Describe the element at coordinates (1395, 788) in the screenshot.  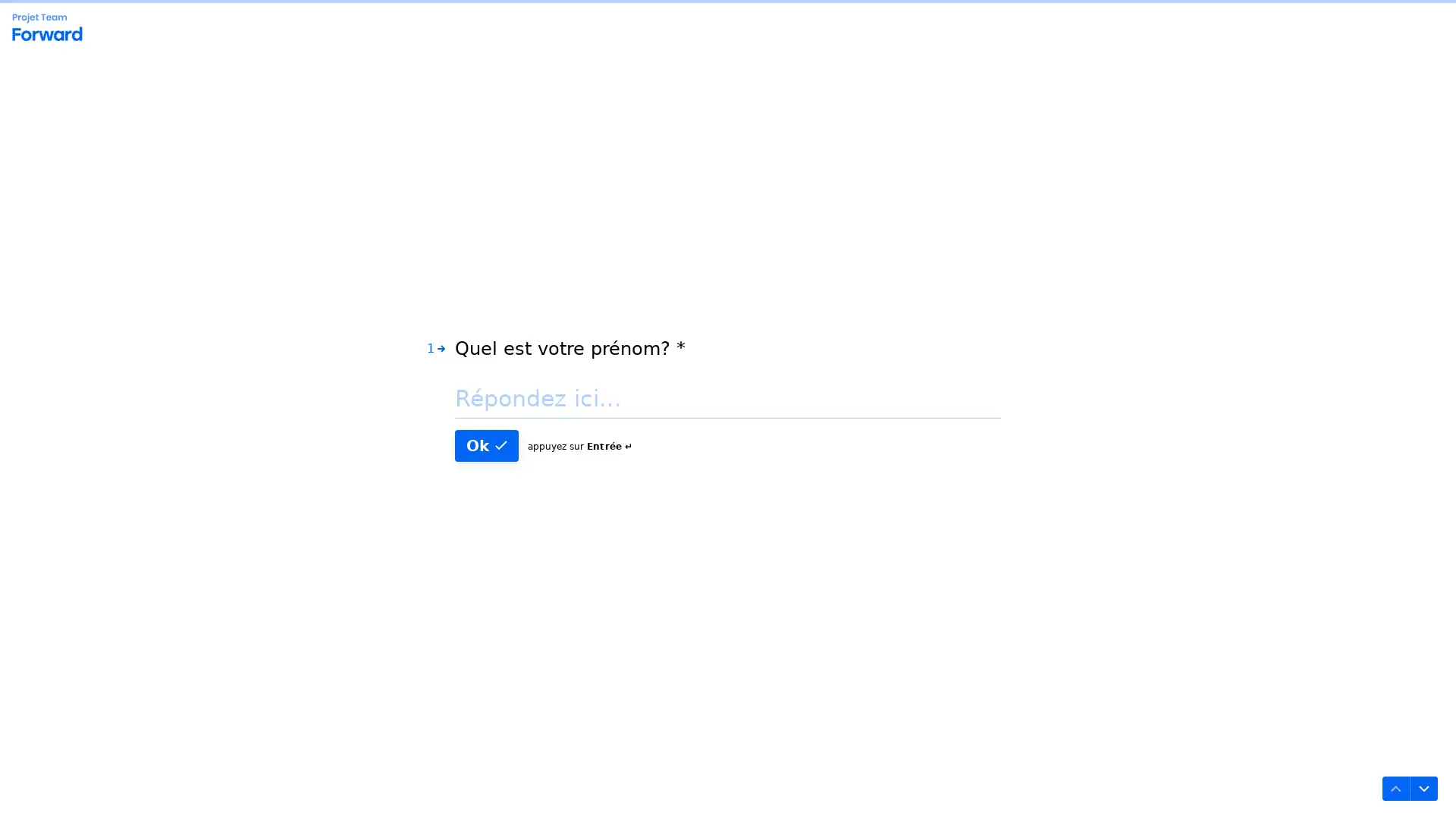
I see `Question precedente` at that location.